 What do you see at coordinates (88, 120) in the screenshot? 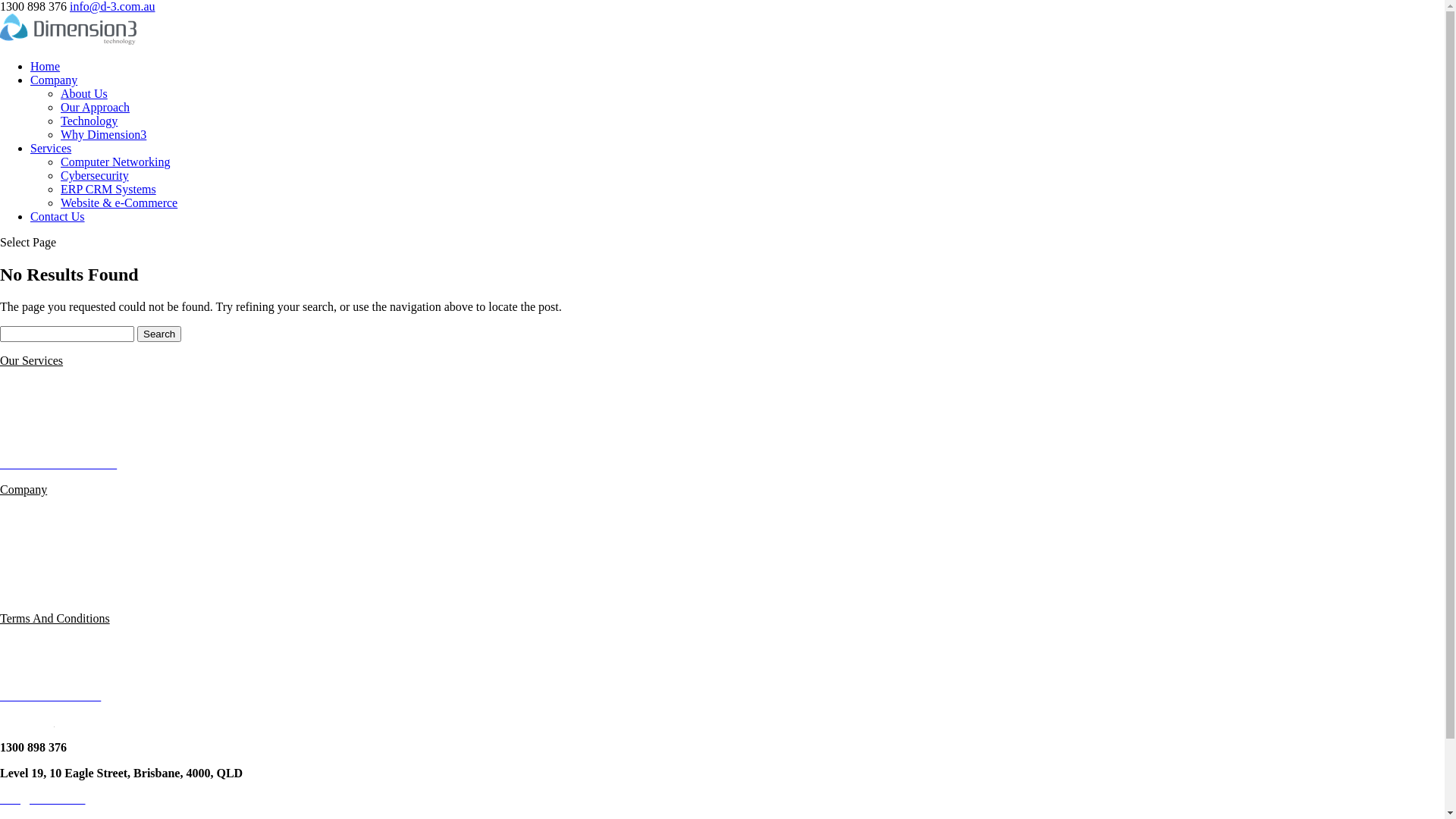
I see `'Technology'` at bounding box center [88, 120].